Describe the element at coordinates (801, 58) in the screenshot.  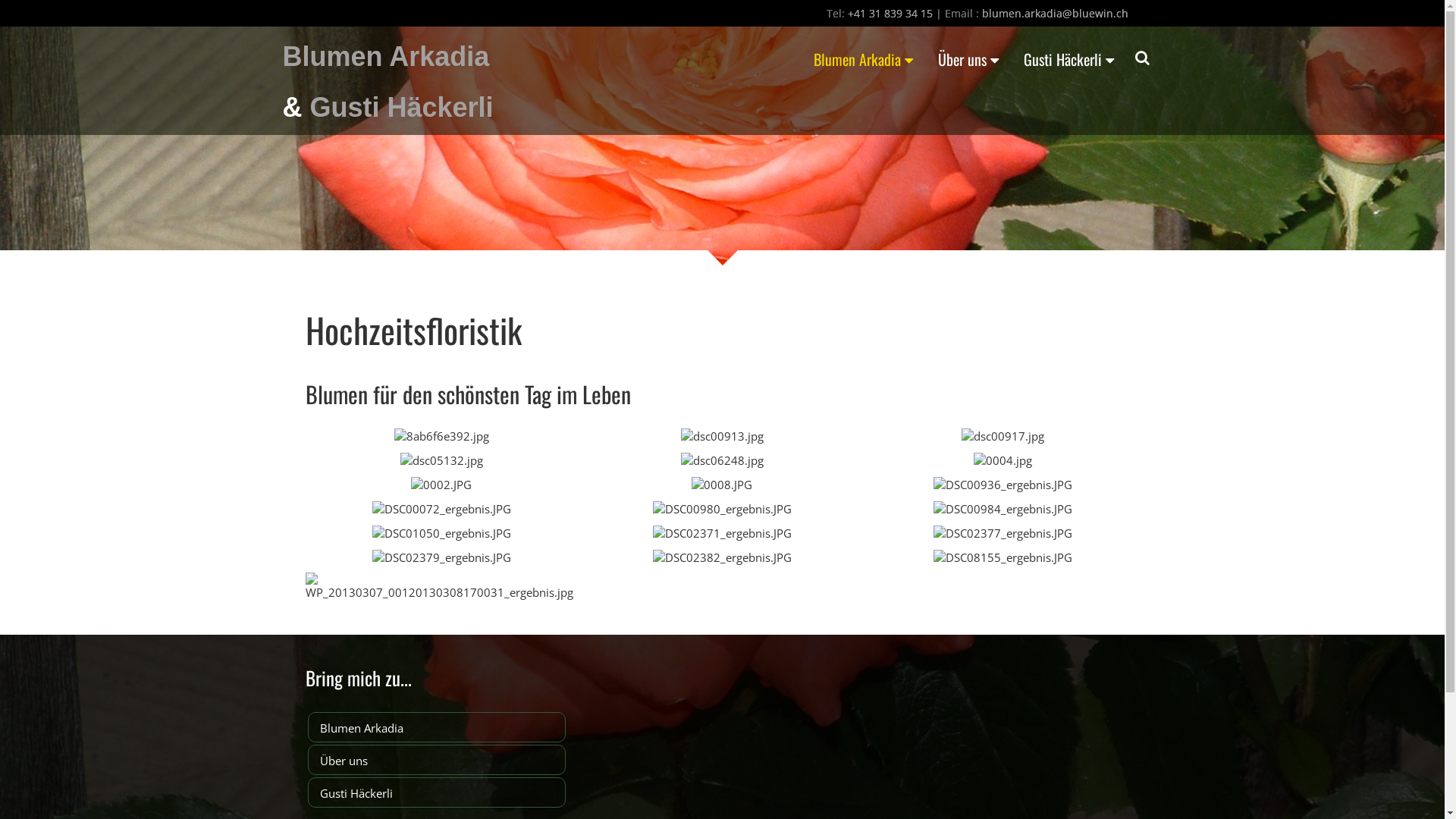
I see `'Blumen Arkadia'` at that location.